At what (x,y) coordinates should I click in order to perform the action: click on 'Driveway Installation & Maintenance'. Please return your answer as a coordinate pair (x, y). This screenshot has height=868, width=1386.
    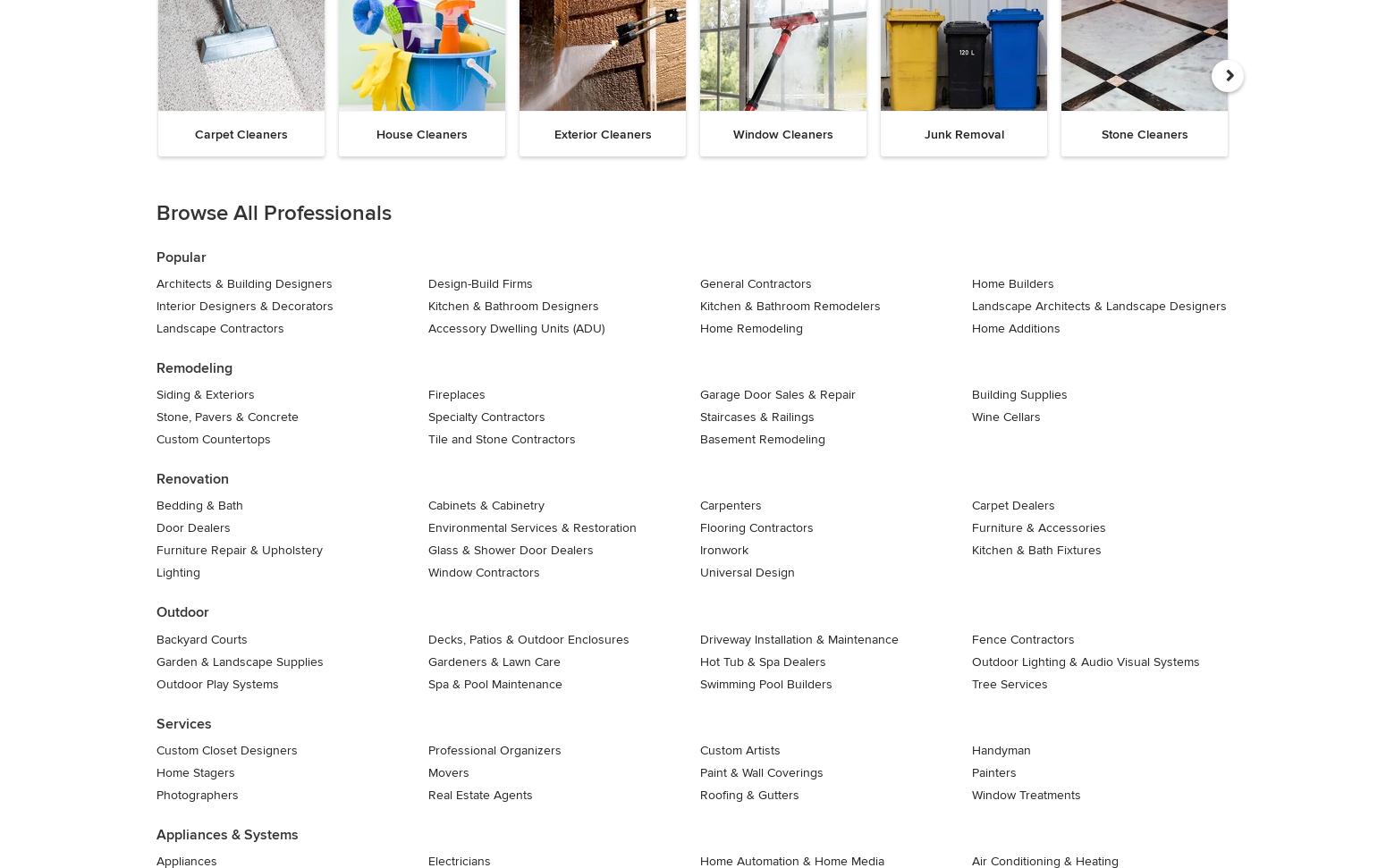
    Looking at the image, I should click on (699, 637).